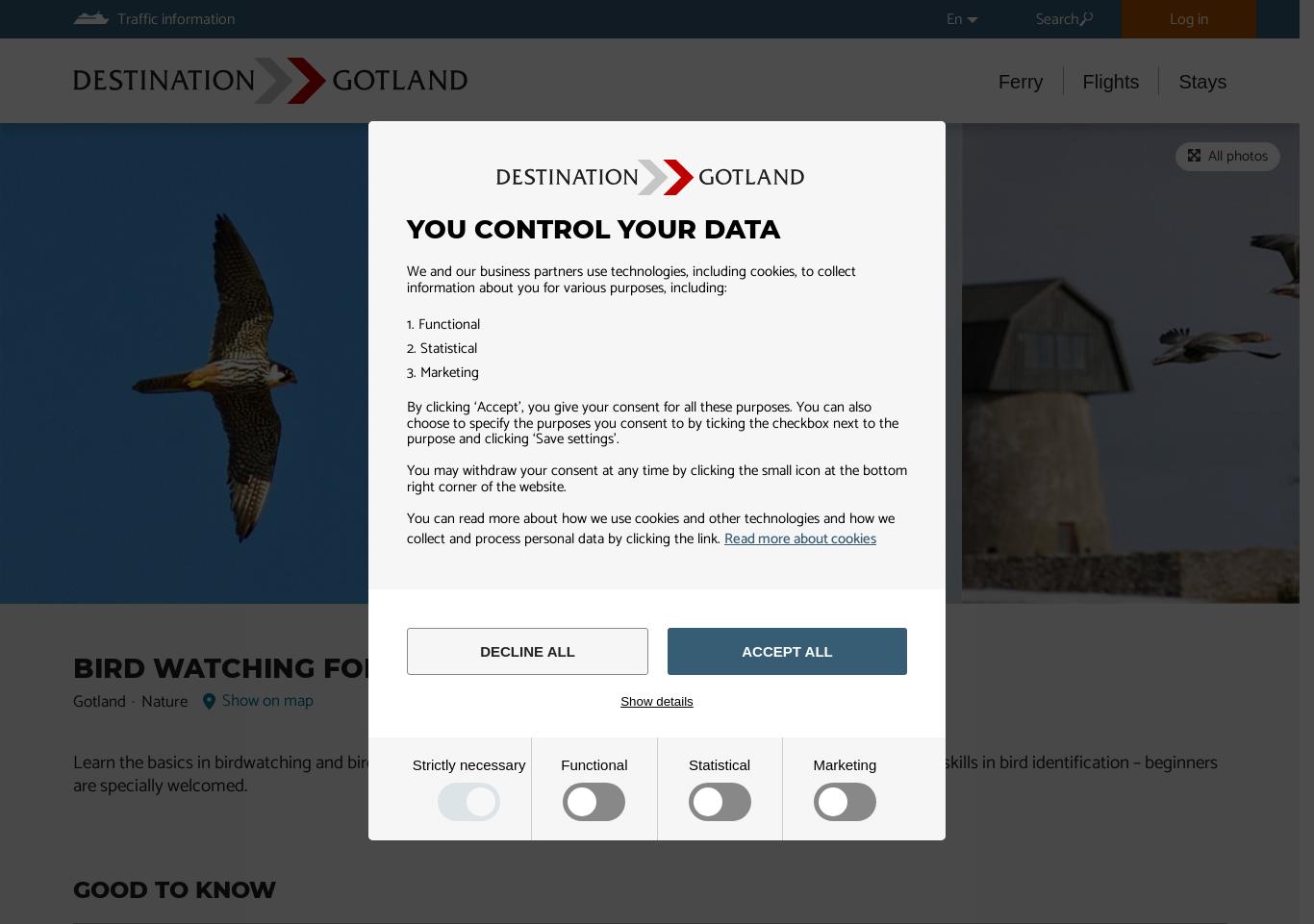 The image size is (1314, 924). I want to click on 'Gotland', so click(71, 701).